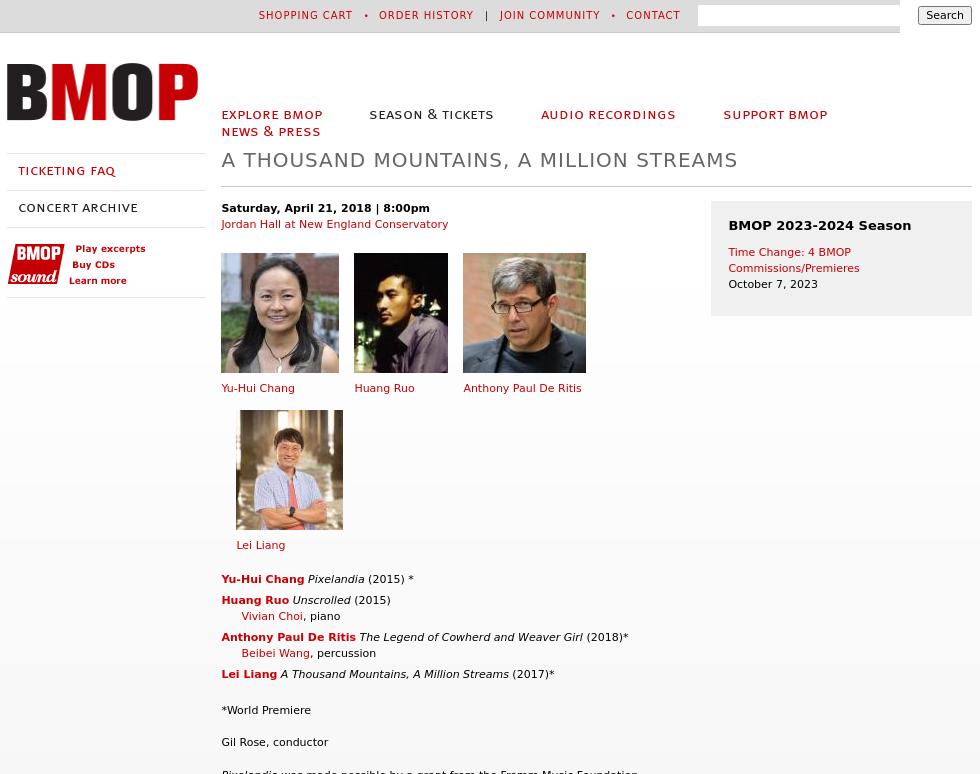  I want to click on 'Huang Ruo', so click(254, 598).